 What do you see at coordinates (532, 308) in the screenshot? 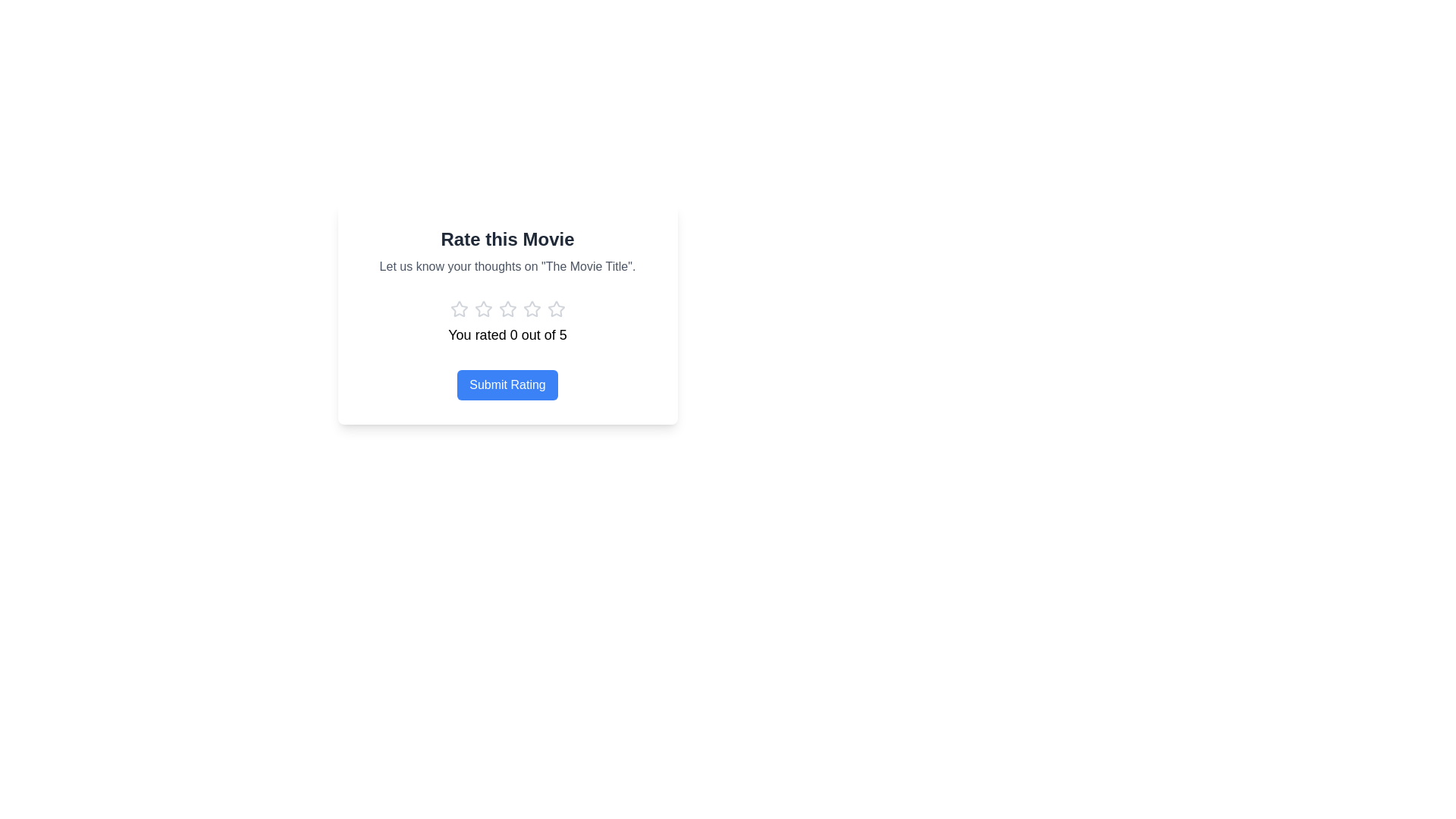
I see `the second star icon in the star rating component, which allows users to select a rating value` at bounding box center [532, 308].